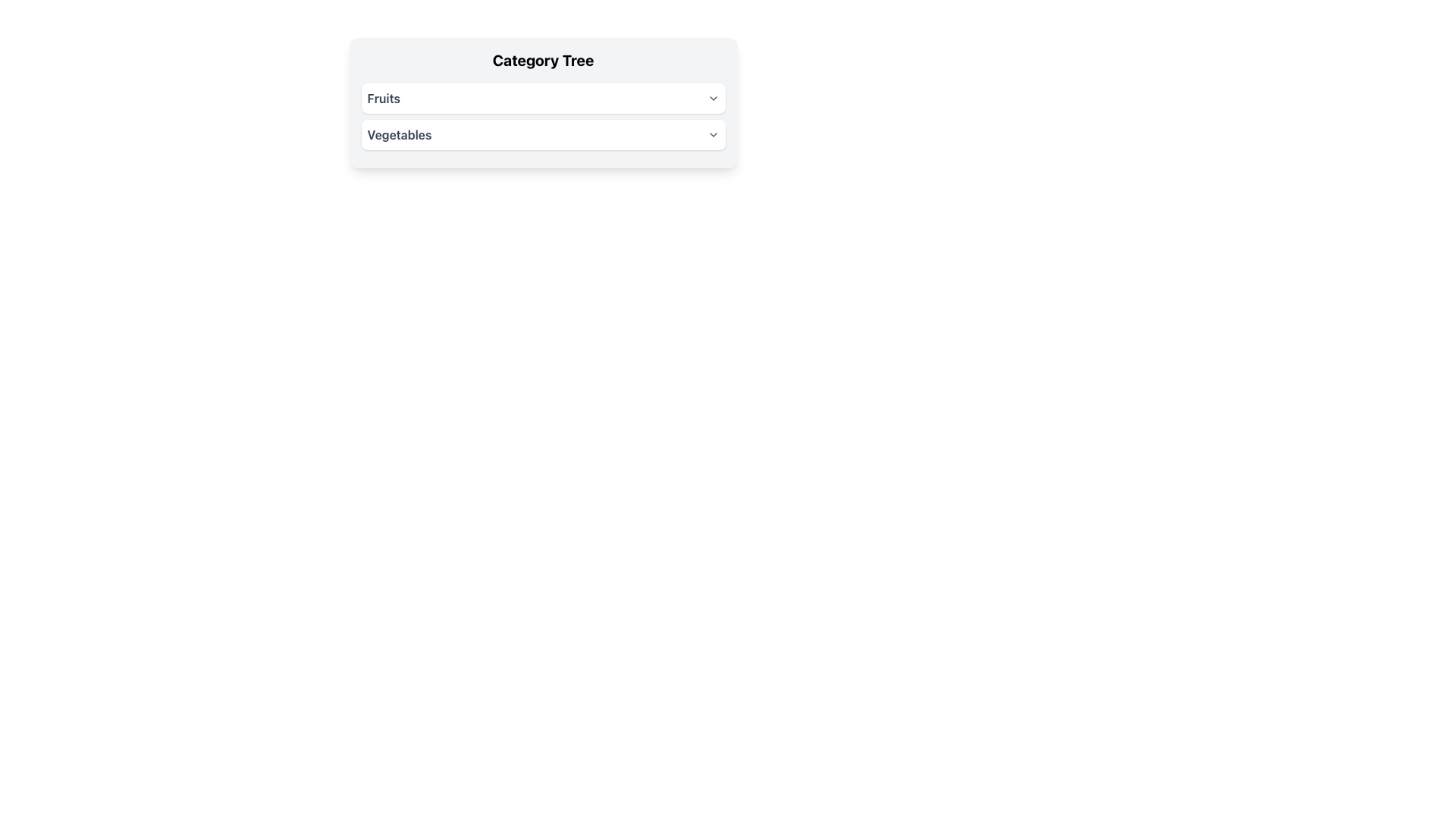 The image size is (1456, 819). I want to click on the dropdown activator icon for the 'Fruits' category, which is located at the rightmost position in the item row, next to the 'Fruits' label, so click(712, 99).